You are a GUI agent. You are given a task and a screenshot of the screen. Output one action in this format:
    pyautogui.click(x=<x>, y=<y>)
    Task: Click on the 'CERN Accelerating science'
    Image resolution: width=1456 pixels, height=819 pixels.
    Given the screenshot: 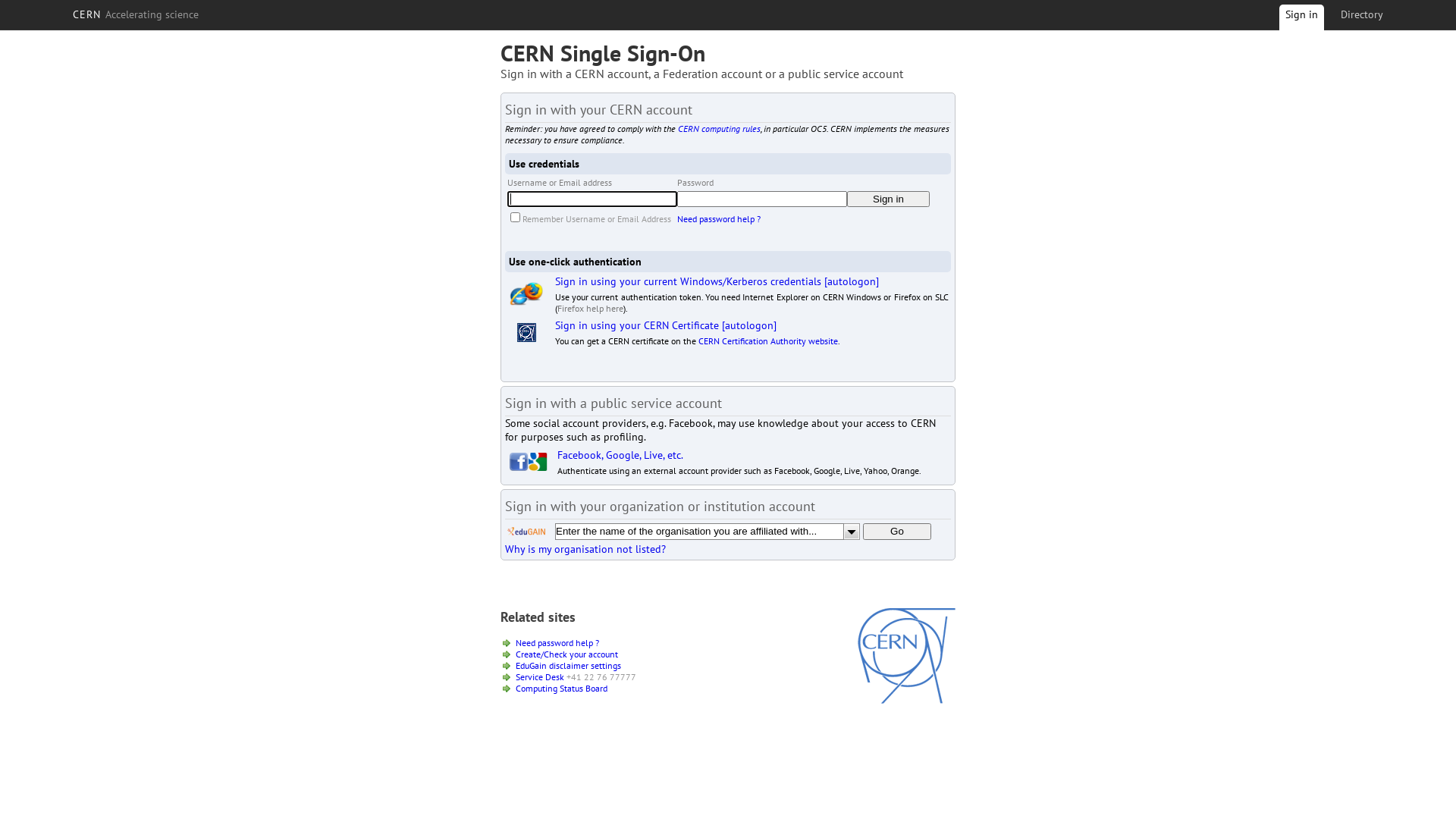 What is the action you would take?
    pyautogui.click(x=135, y=14)
    